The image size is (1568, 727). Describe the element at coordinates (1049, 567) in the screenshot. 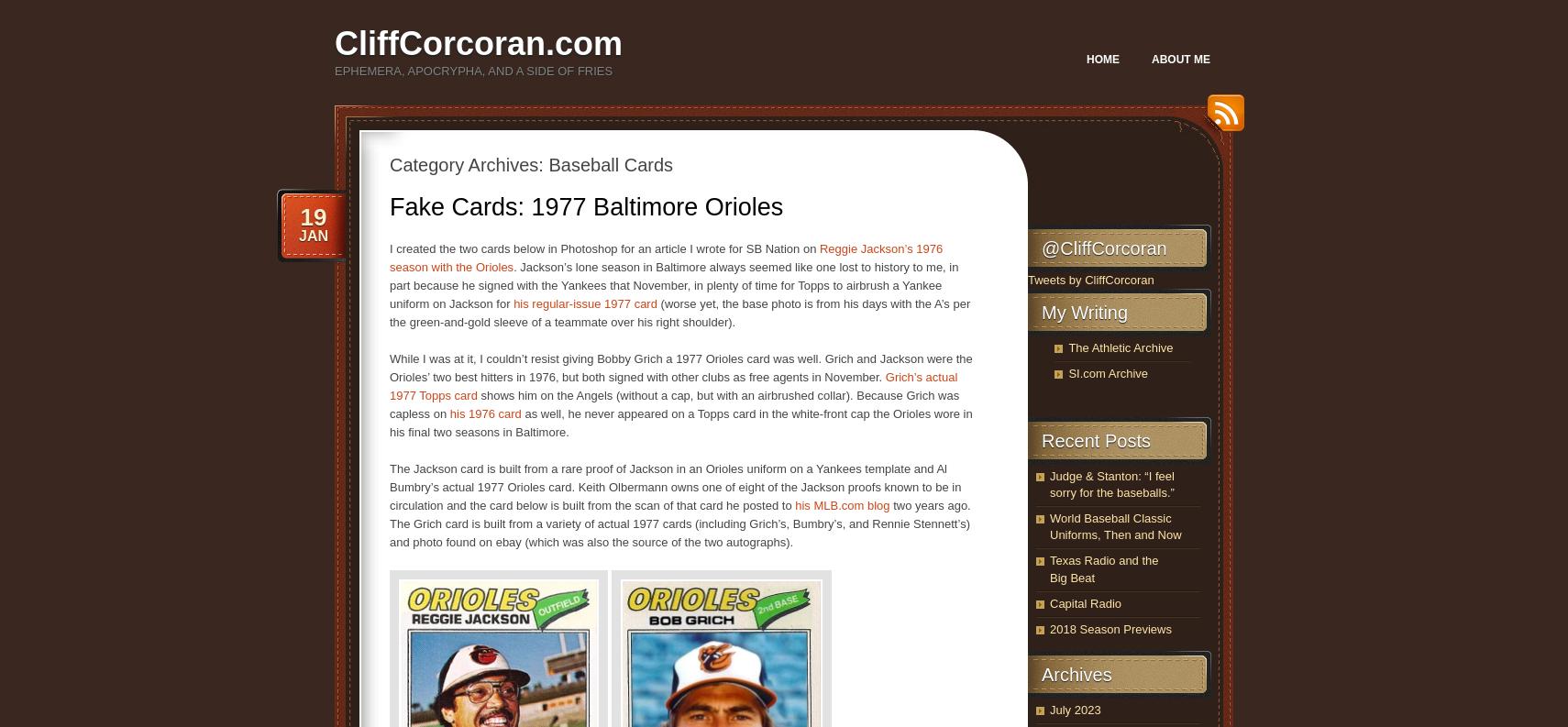

I see `'Texas Radio and the Big Beat'` at that location.